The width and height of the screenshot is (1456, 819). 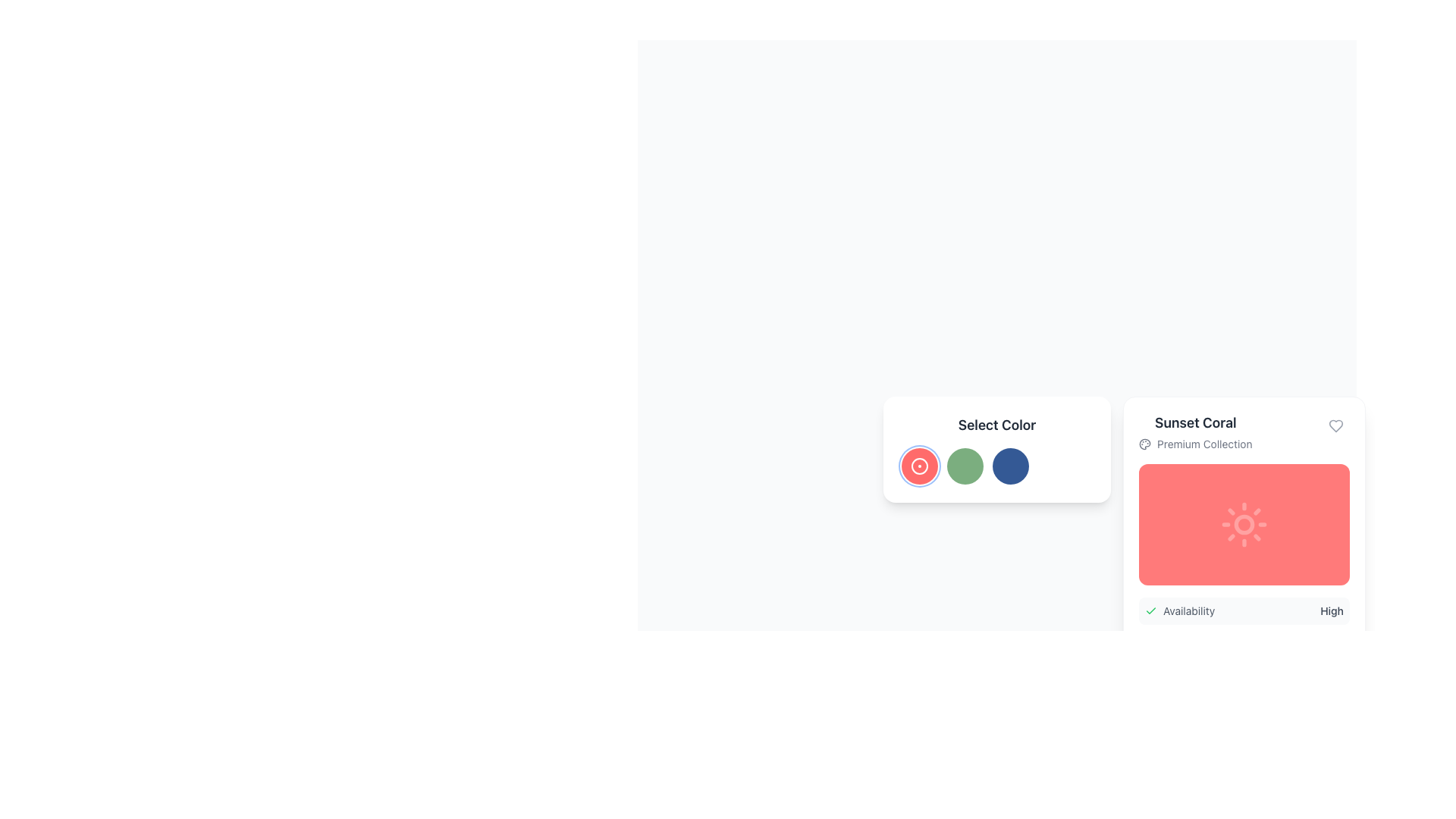 I want to click on information displayed in the Information Display Panel located beneath the 'Sunset Coral' card, which includes availability, shipping time, and popularity details, so click(x=1244, y=647).